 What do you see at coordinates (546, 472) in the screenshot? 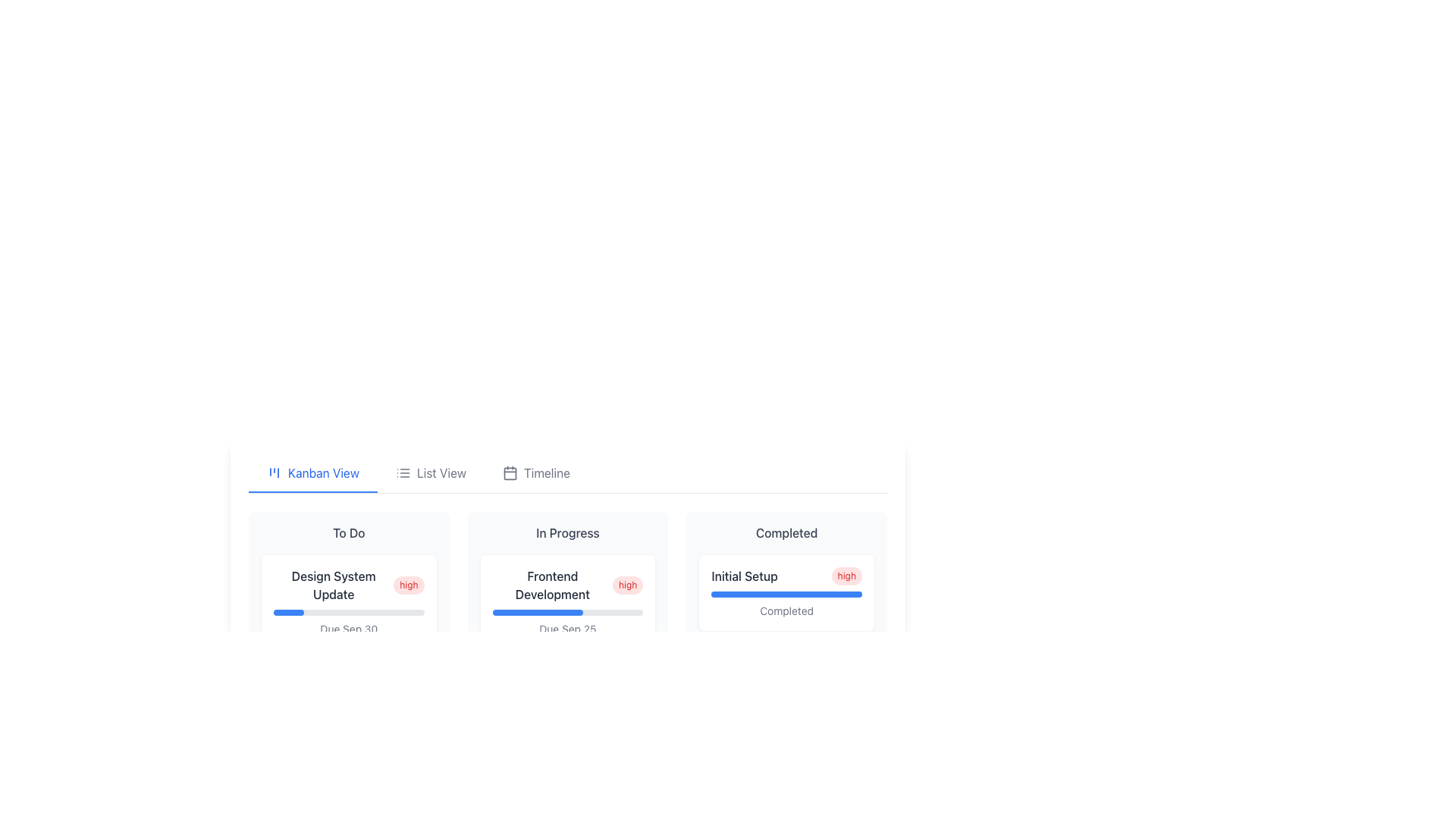
I see `the 'Timeline' text label in the top navigation bar` at bounding box center [546, 472].